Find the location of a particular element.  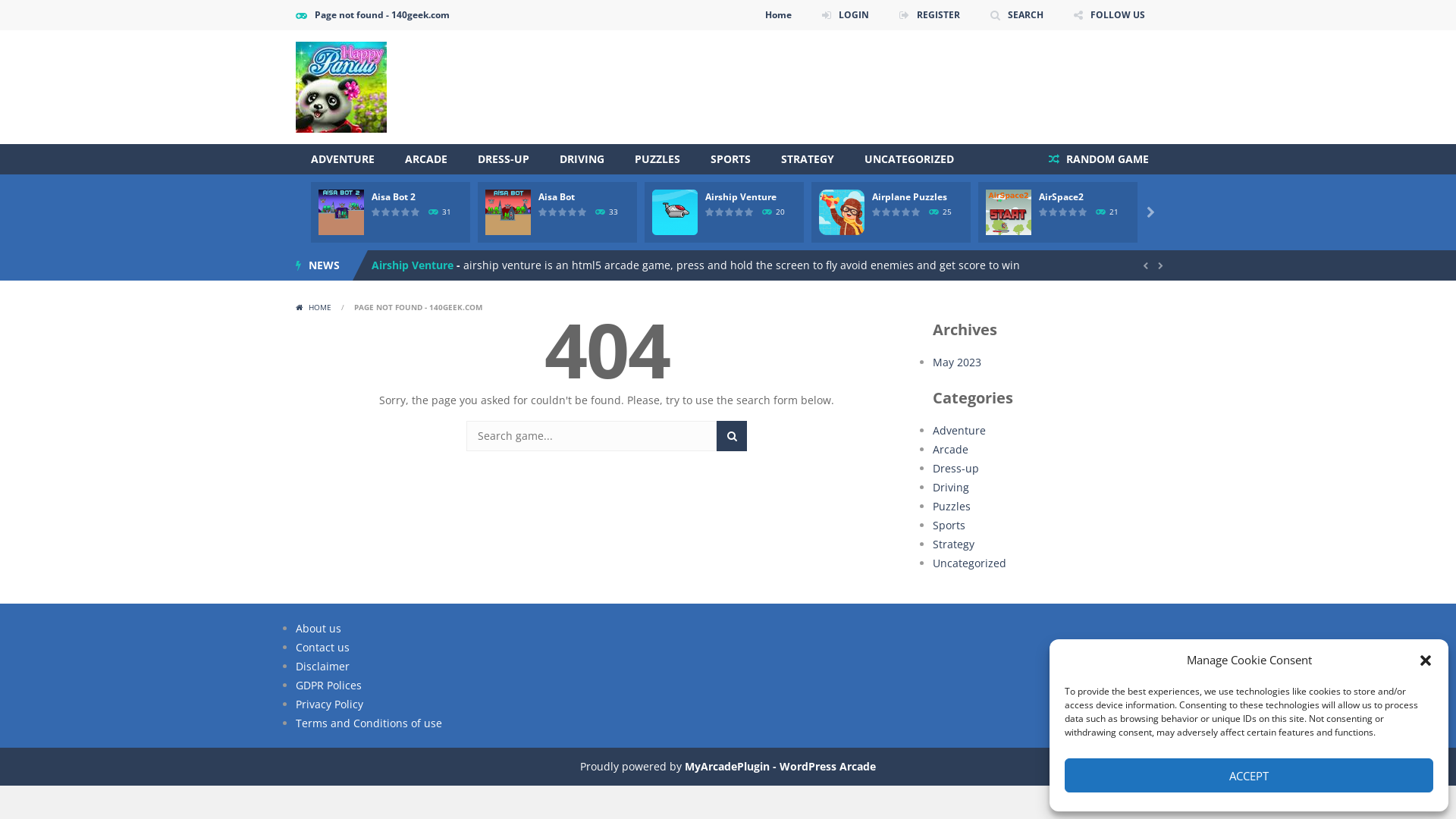

'SEARCH' is located at coordinates (979, 14).